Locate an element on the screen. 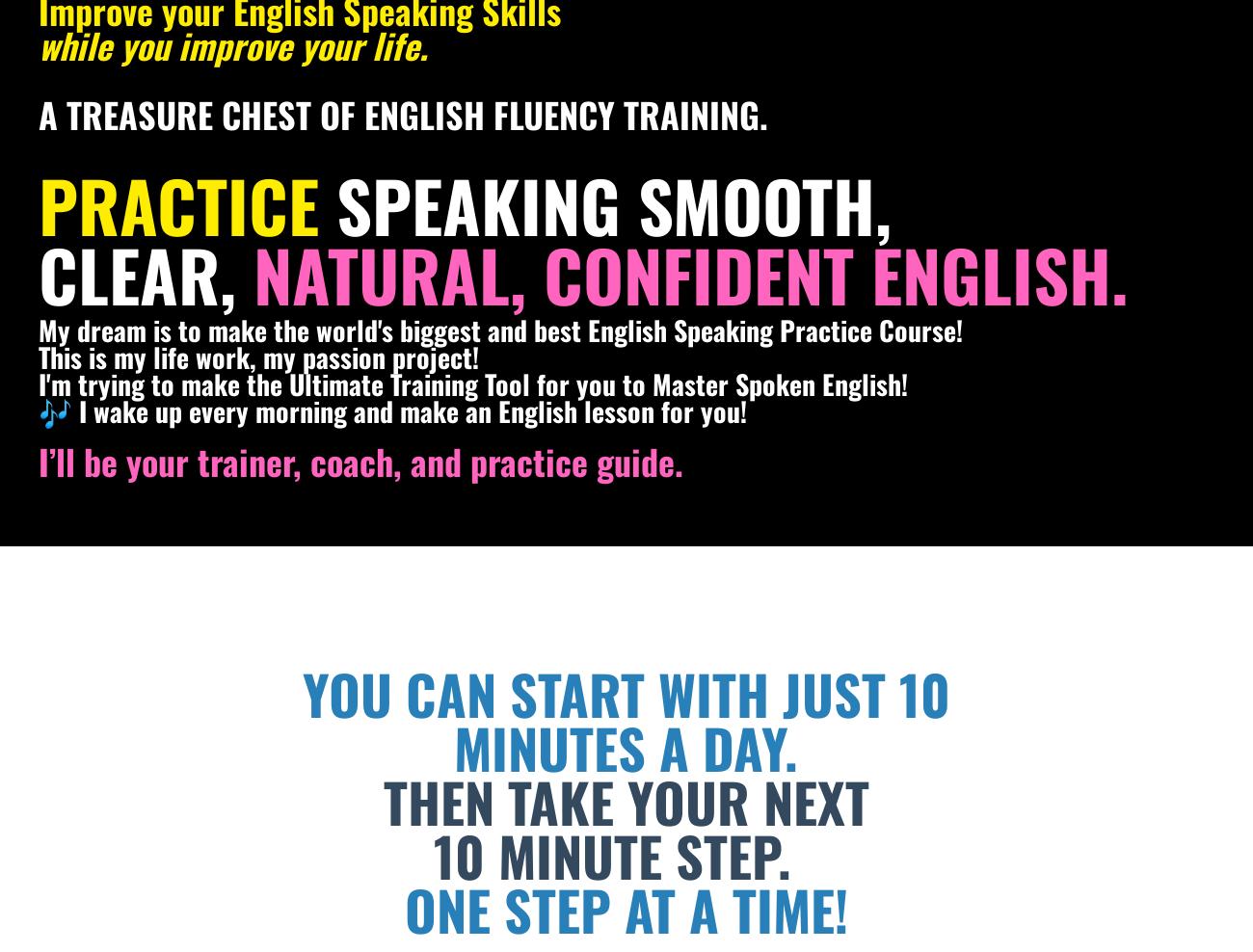 The image size is (1253, 952). 'while you improve your life.' is located at coordinates (232, 43).